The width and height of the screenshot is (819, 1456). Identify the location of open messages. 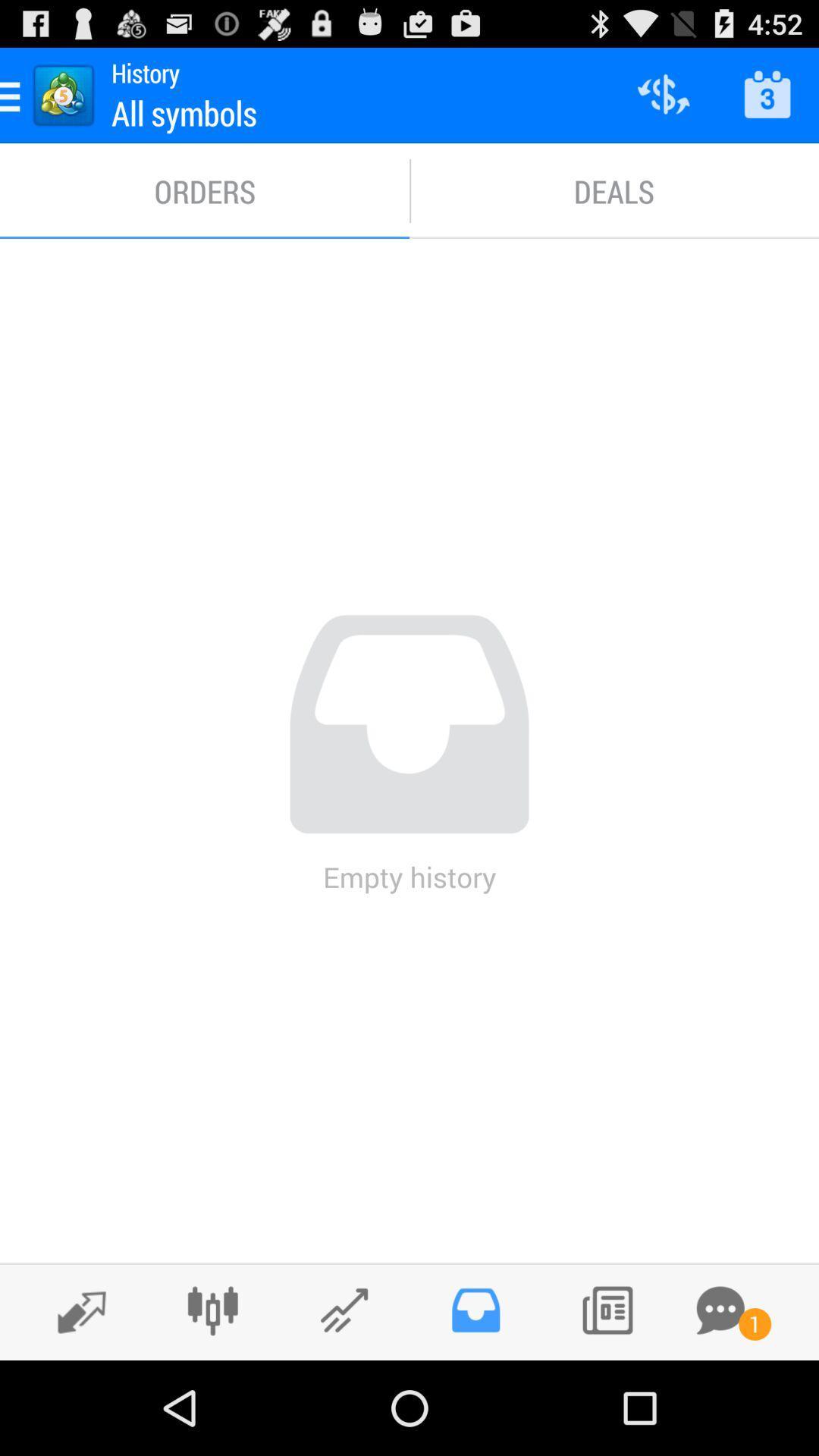
(720, 1310).